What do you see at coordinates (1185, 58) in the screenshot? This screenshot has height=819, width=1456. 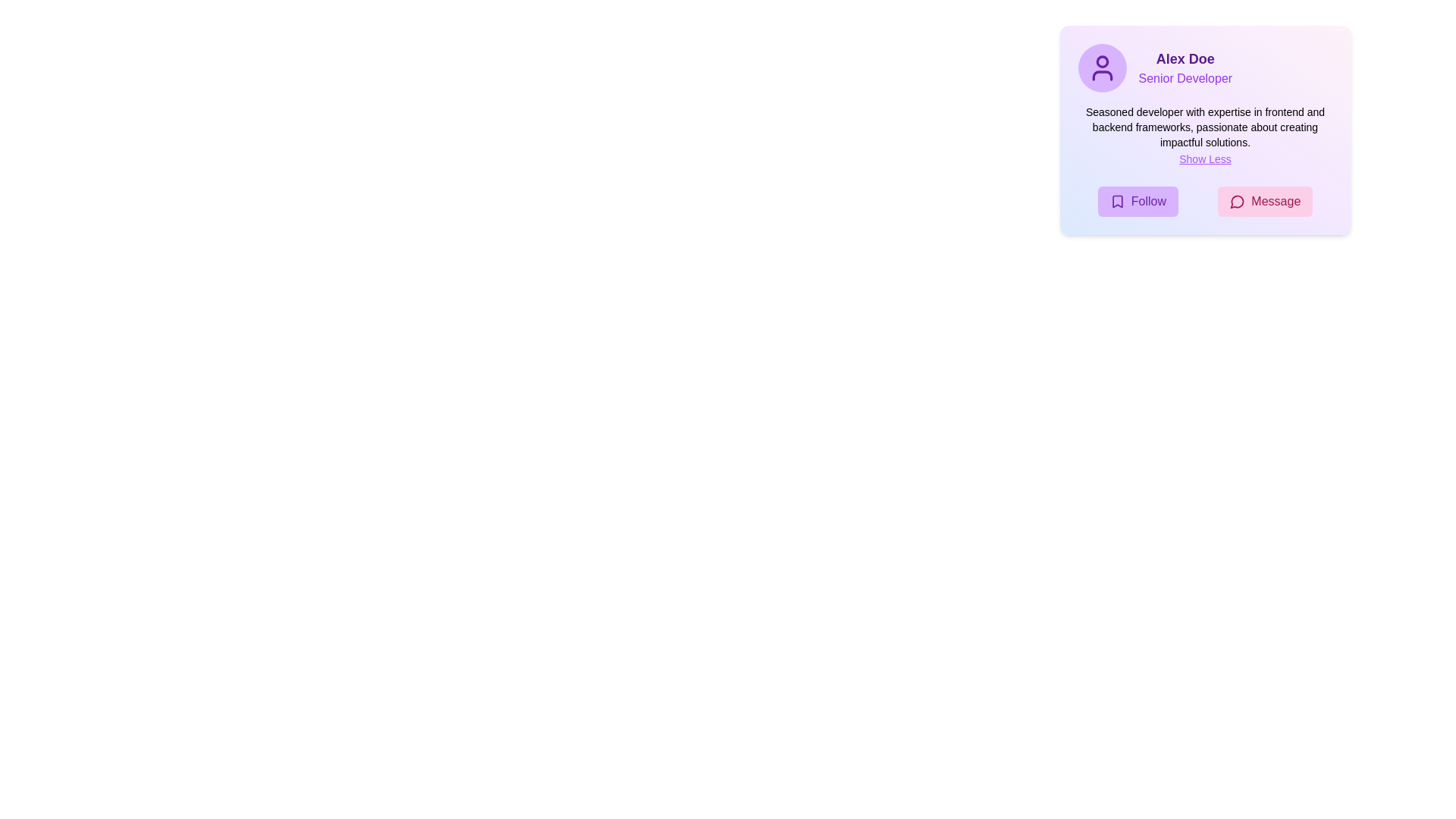 I see `text content of the profile name label, located at the top of the profile card, right next to the circular profile icon` at bounding box center [1185, 58].